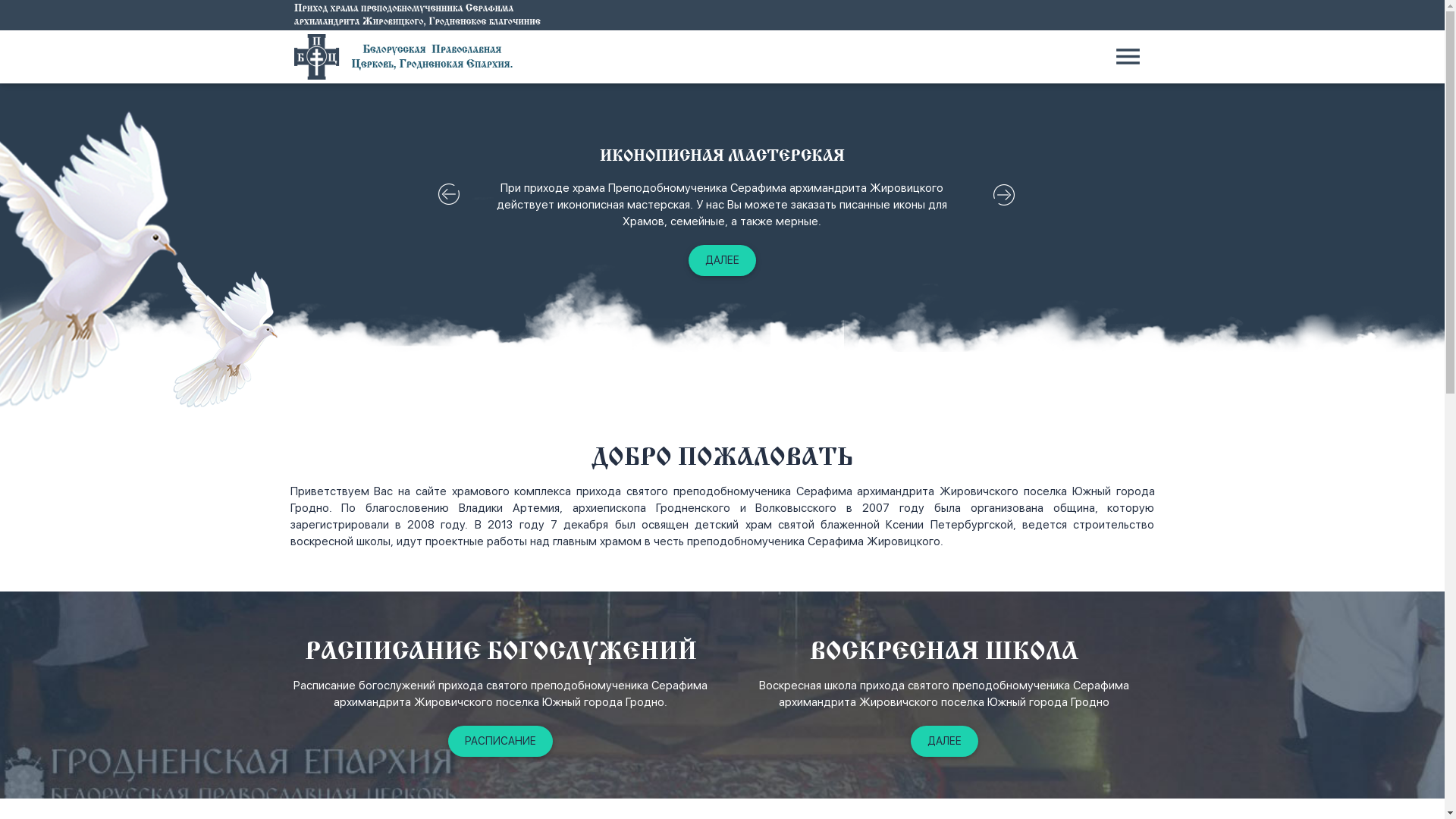 This screenshot has height=819, width=1456. What do you see at coordinates (1128, 55) in the screenshot?
I see `'menu'` at bounding box center [1128, 55].